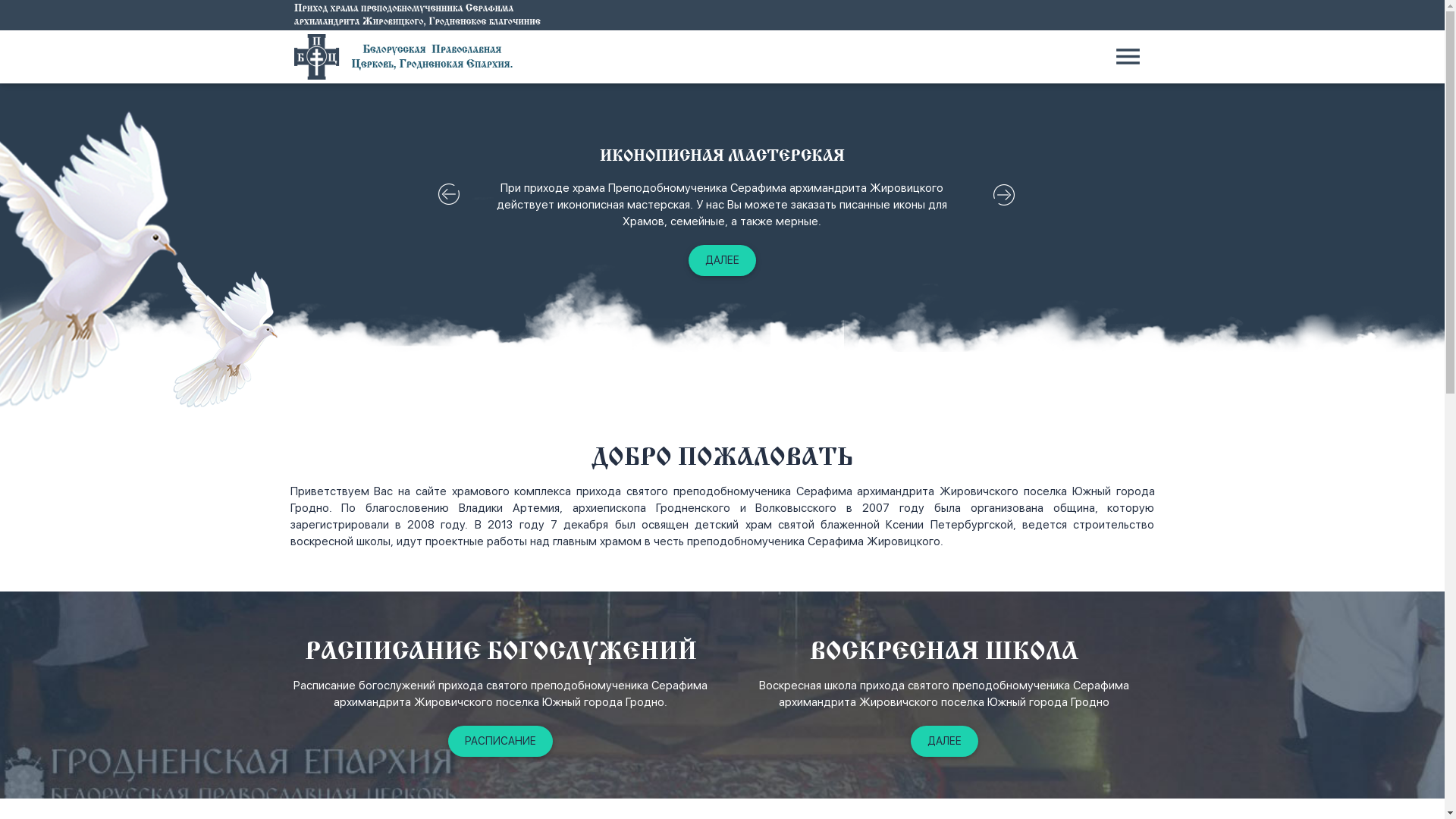 This screenshot has height=819, width=1456. What do you see at coordinates (1128, 55) in the screenshot?
I see `'menu'` at bounding box center [1128, 55].